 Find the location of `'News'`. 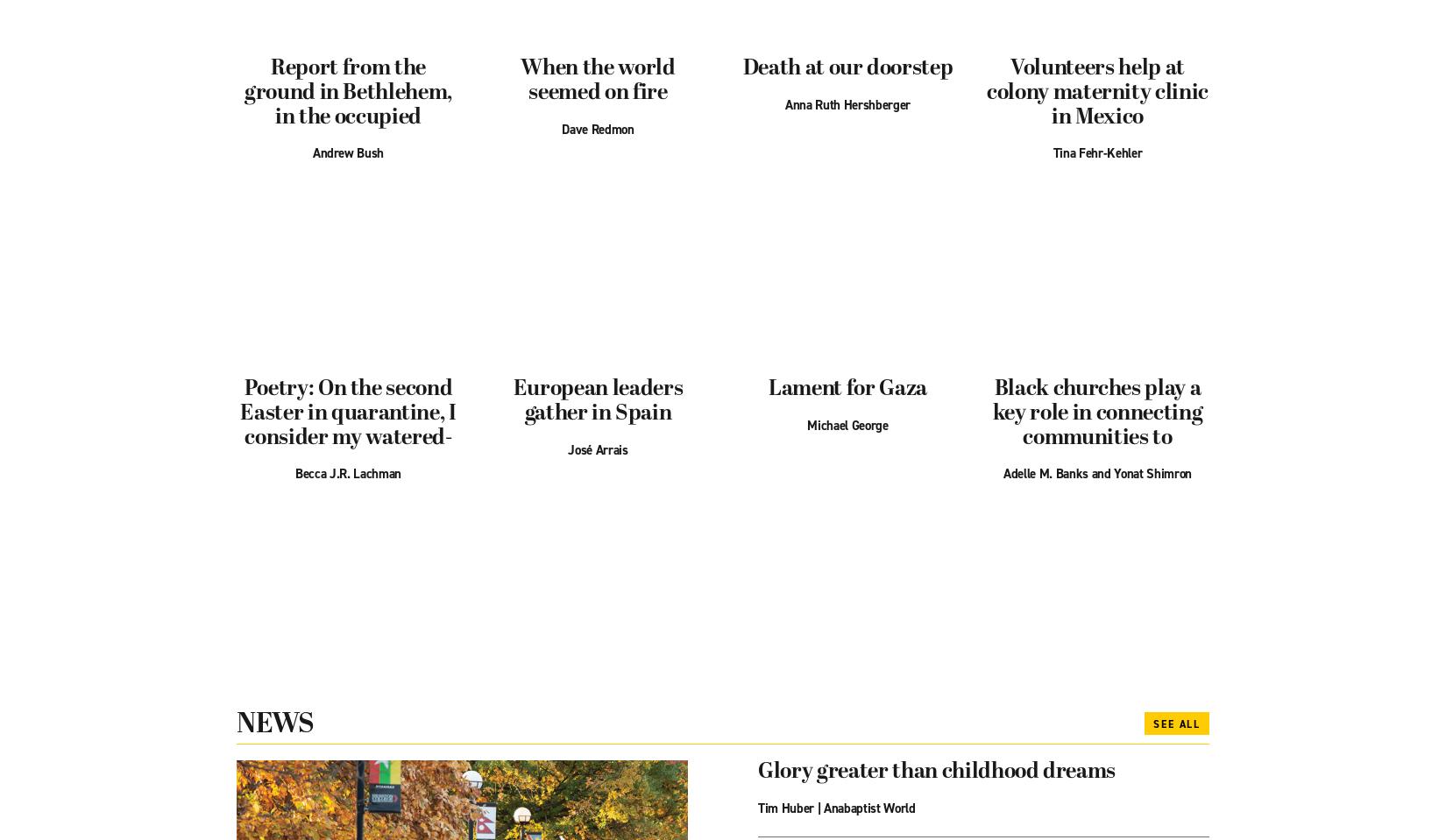

'News' is located at coordinates (274, 724).